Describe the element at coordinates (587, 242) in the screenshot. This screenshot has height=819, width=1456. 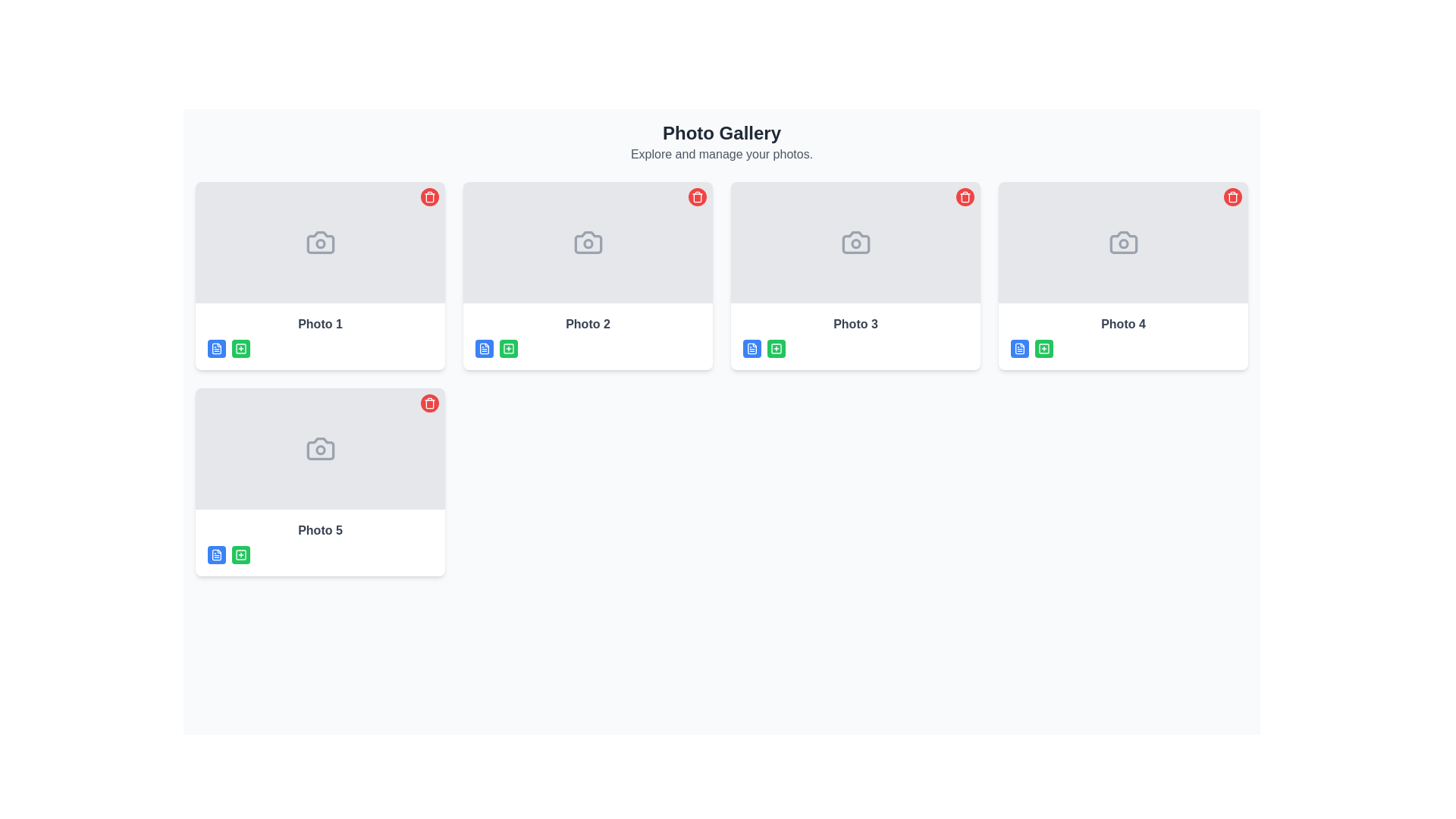
I see `the camera icon located at the center of the gray card labeled 'Photo 2'` at that location.